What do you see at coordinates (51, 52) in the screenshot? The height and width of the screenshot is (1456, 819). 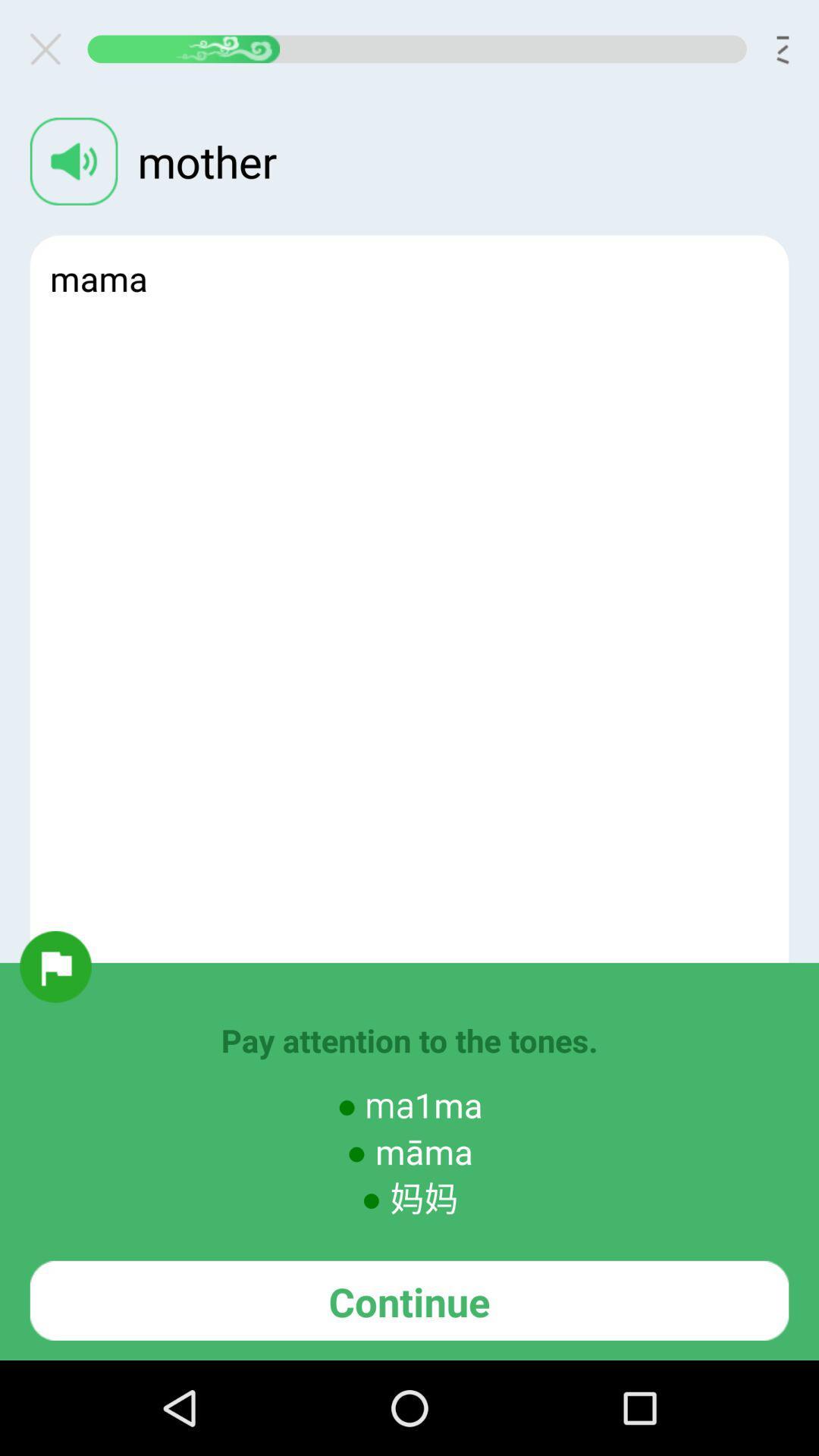 I see `the close icon` at bounding box center [51, 52].